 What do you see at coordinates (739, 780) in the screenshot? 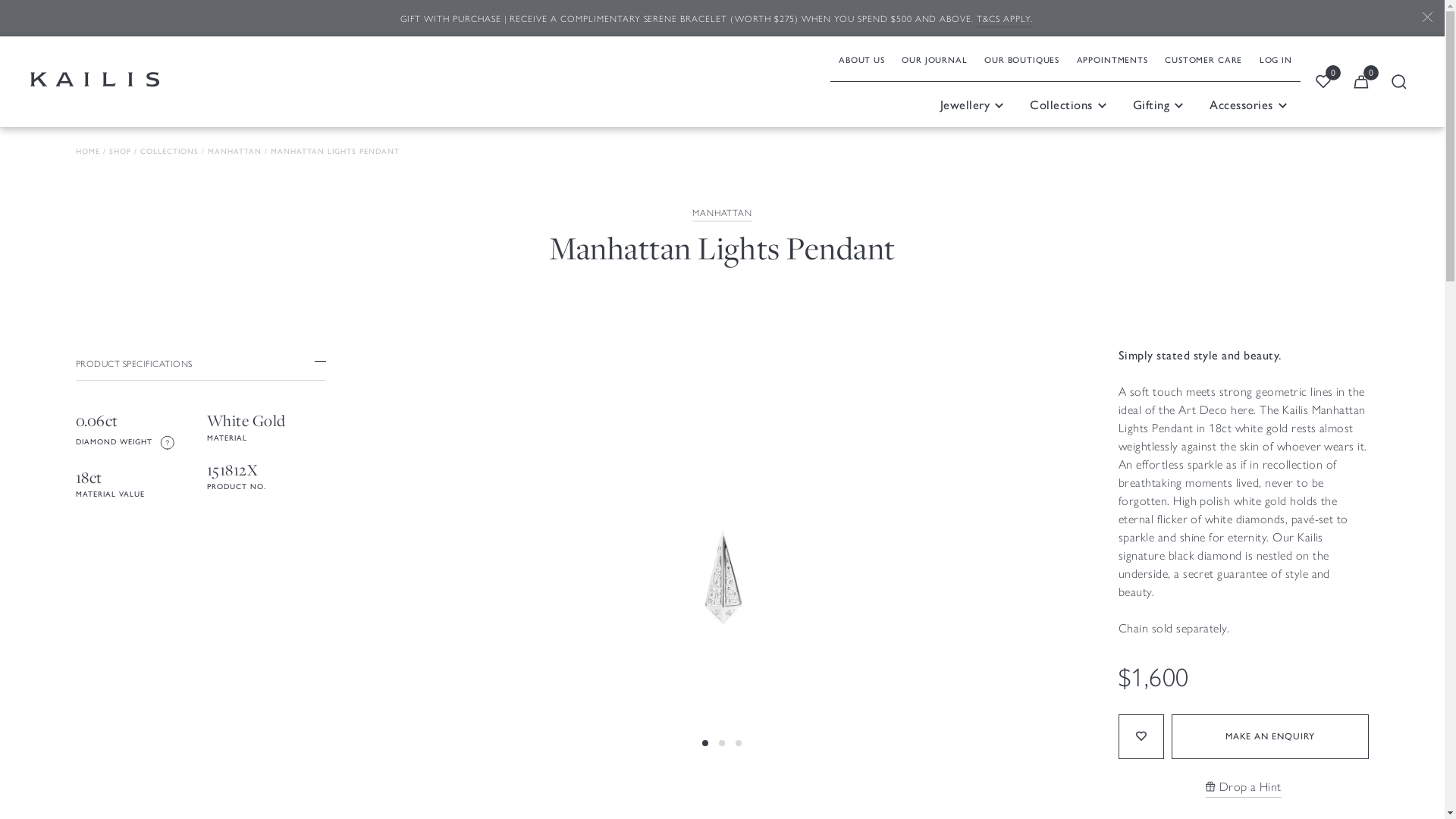
I see `'3'` at bounding box center [739, 780].